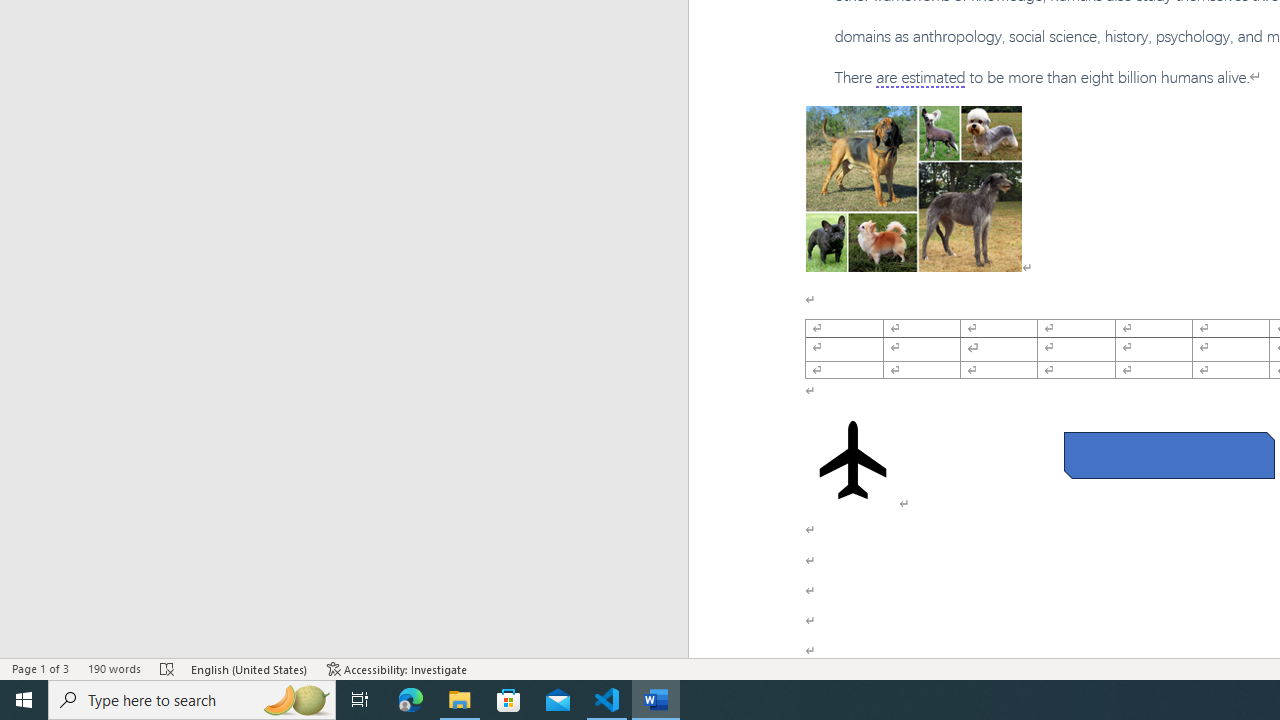 The width and height of the screenshot is (1280, 720). What do you see at coordinates (40, 669) in the screenshot?
I see `'Page Number Page 1 of 3'` at bounding box center [40, 669].